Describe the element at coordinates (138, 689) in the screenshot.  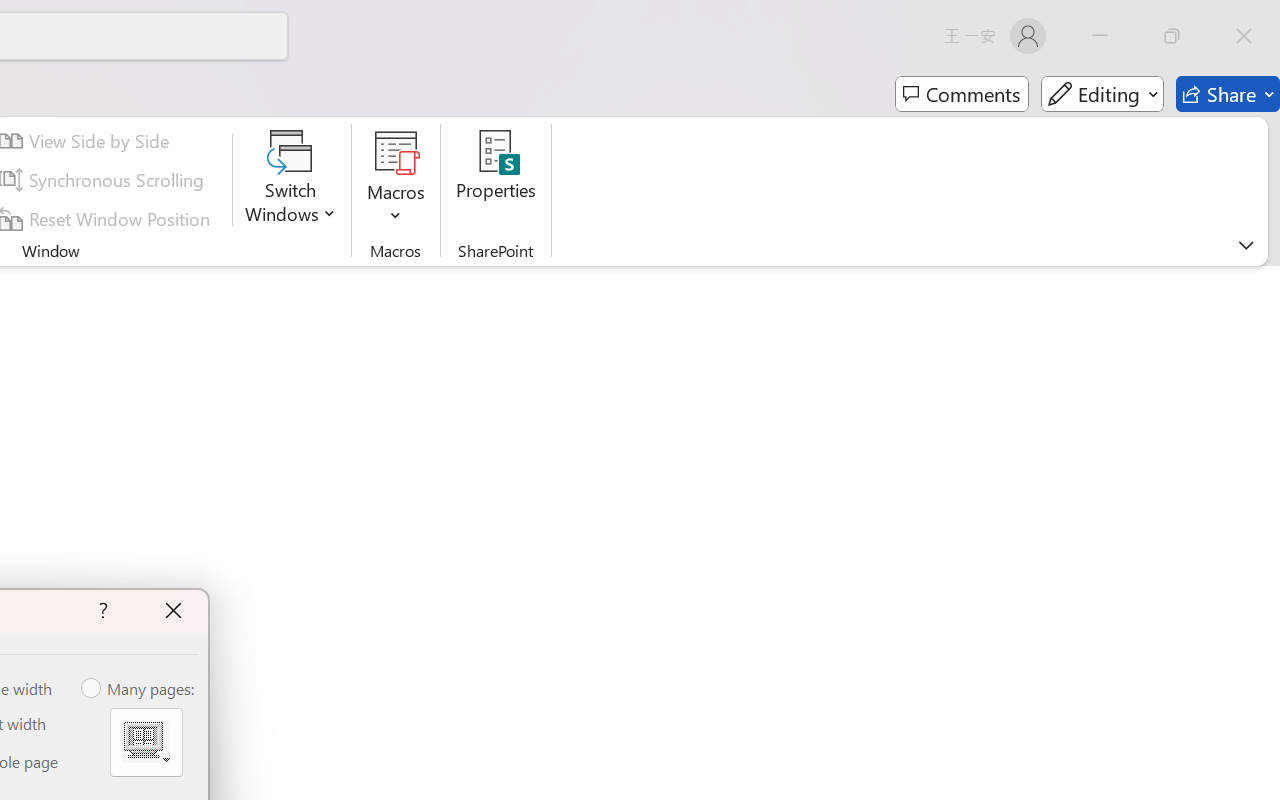
I see `'Many pages:'` at that location.